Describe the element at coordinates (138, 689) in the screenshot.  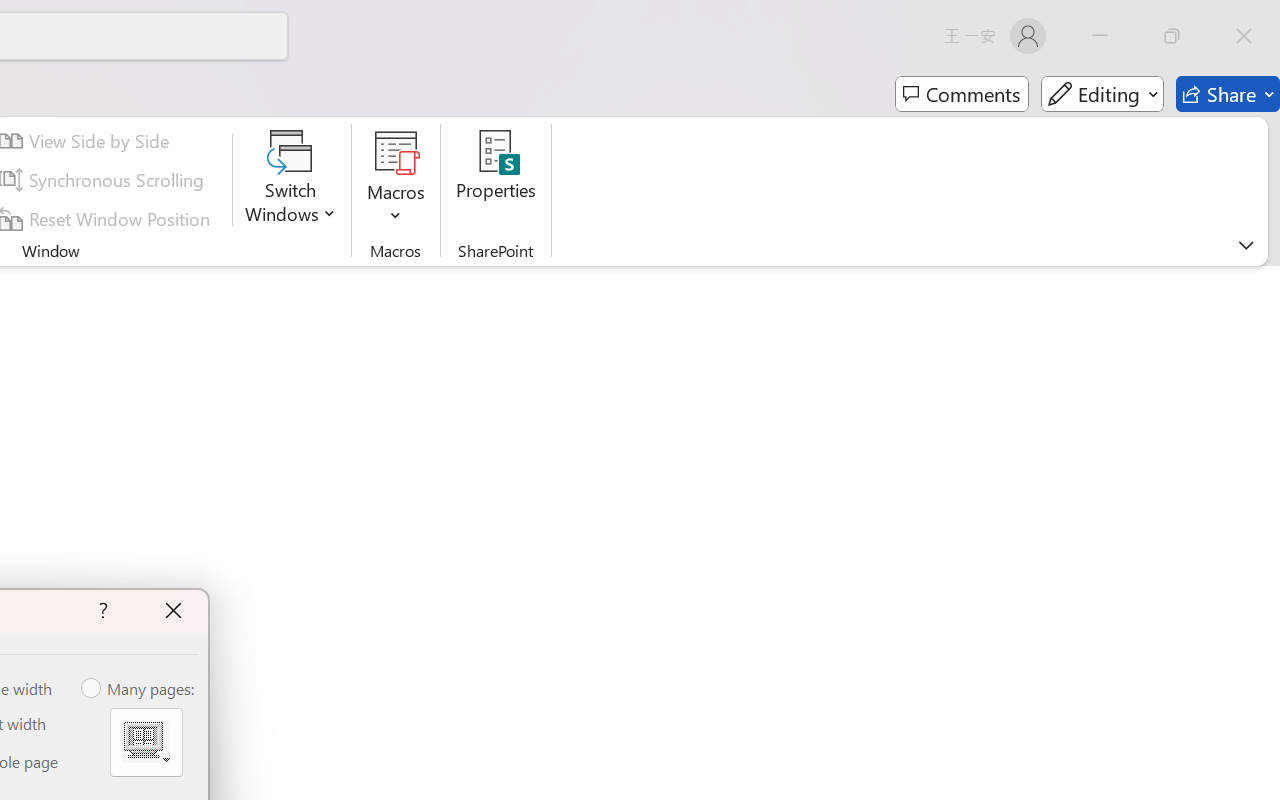
I see `'Many pages:'` at that location.